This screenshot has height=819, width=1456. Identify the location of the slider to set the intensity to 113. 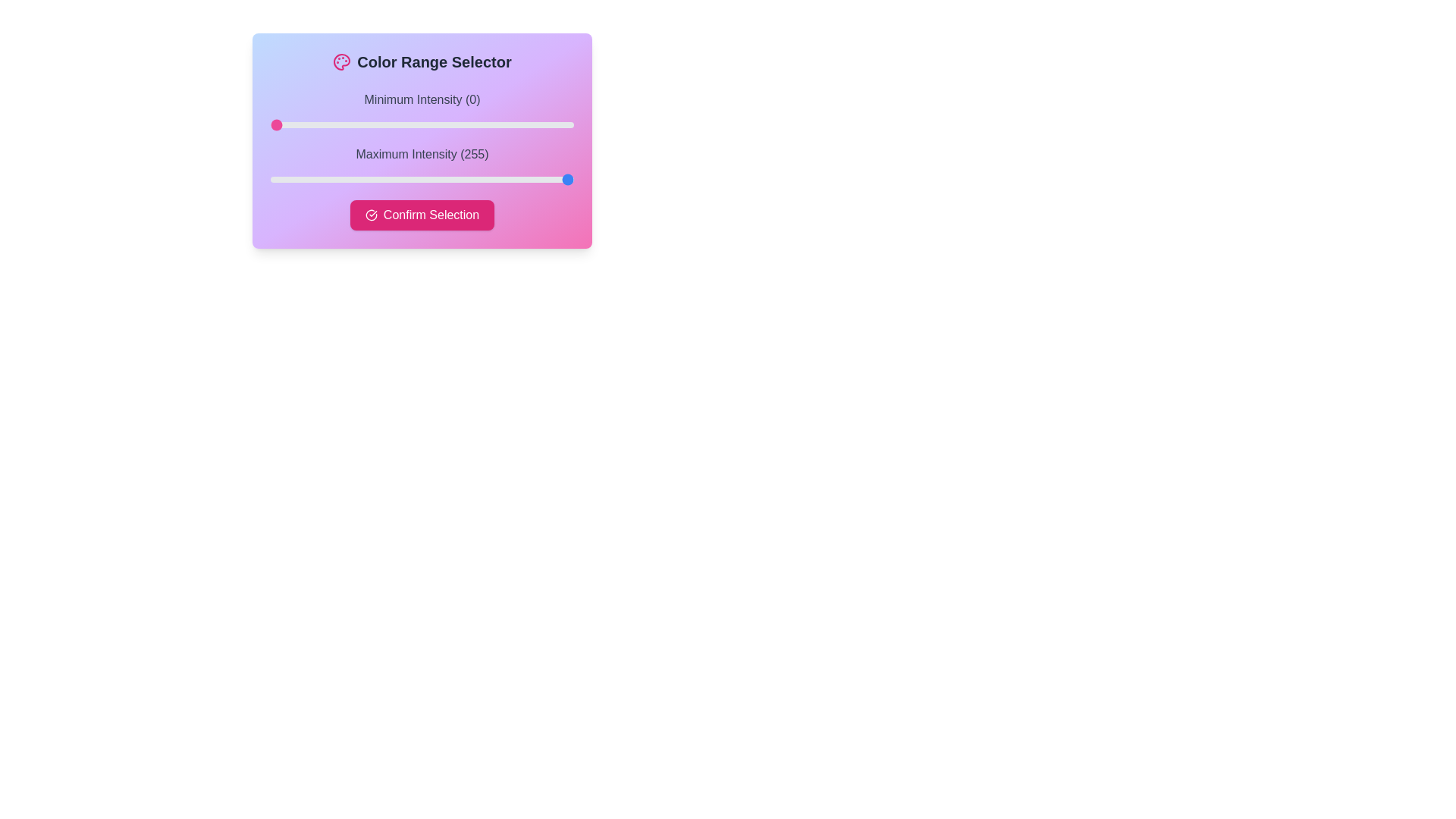
(405, 124).